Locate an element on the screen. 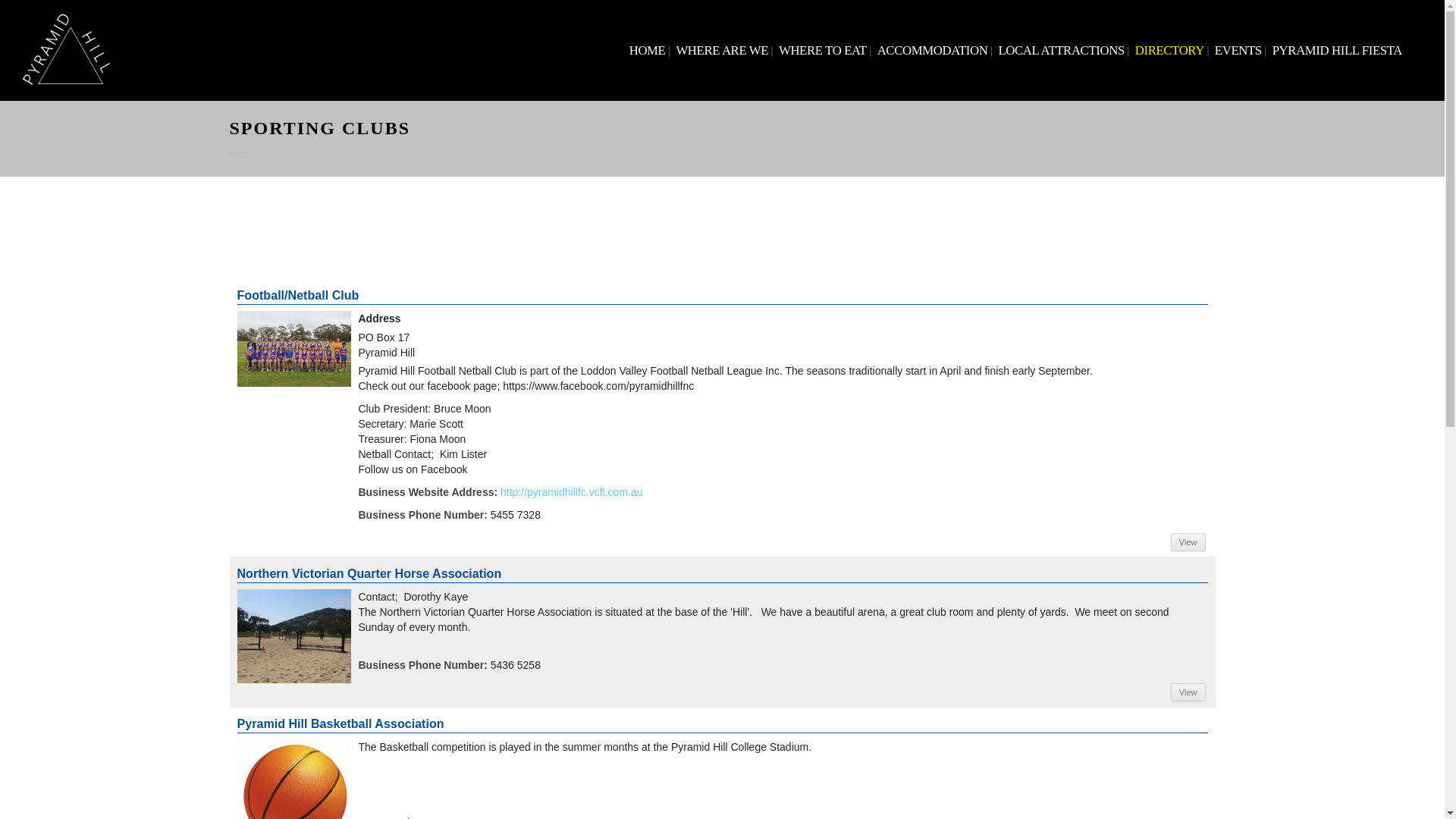 The image size is (1456, 819). 'LOCAL ATTRACTIONS' is located at coordinates (1059, 49).